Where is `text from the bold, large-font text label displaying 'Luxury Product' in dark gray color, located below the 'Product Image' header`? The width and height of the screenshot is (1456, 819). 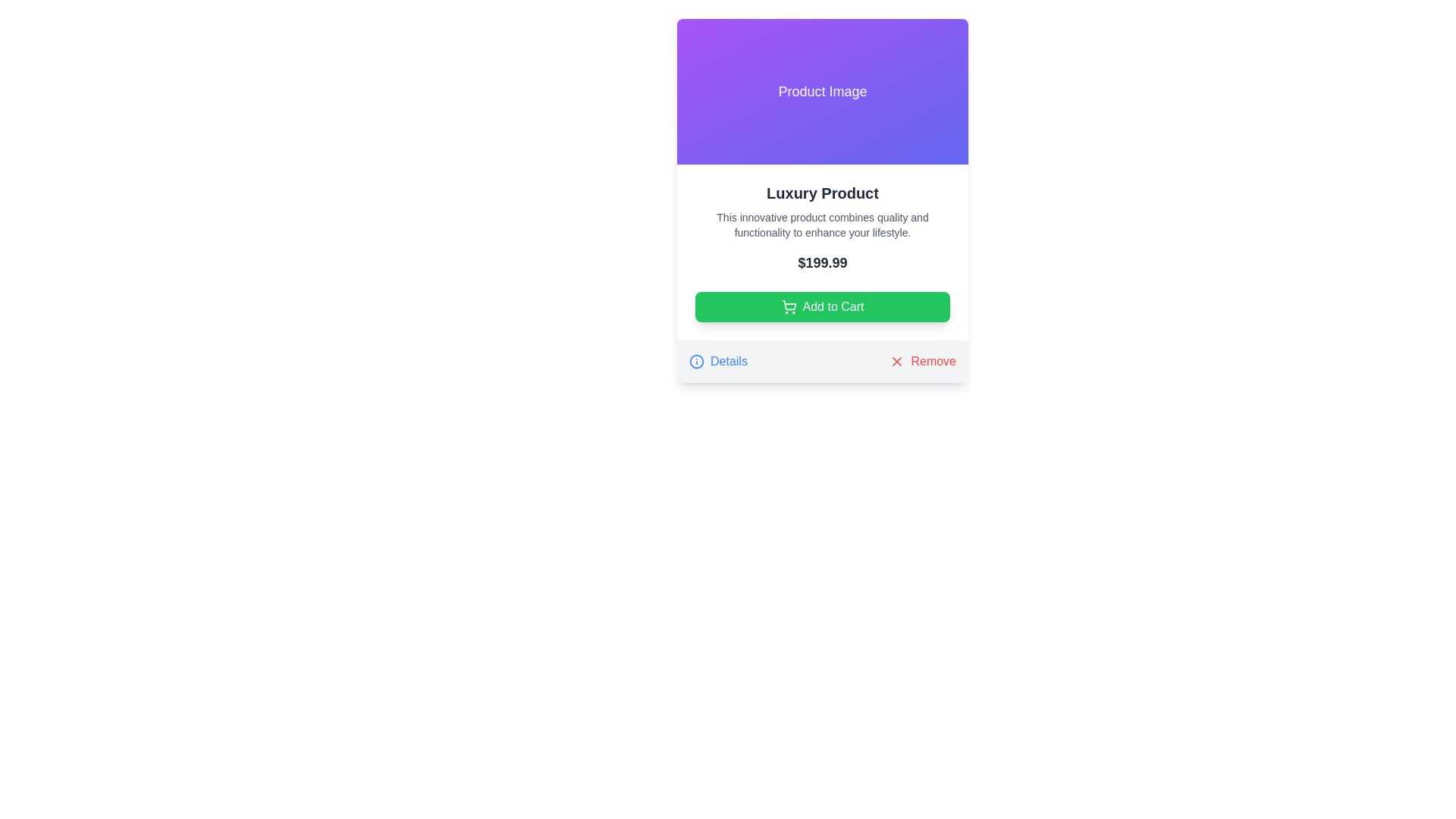 text from the bold, large-font text label displaying 'Luxury Product' in dark gray color, located below the 'Product Image' header is located at coordinates (821, 192).